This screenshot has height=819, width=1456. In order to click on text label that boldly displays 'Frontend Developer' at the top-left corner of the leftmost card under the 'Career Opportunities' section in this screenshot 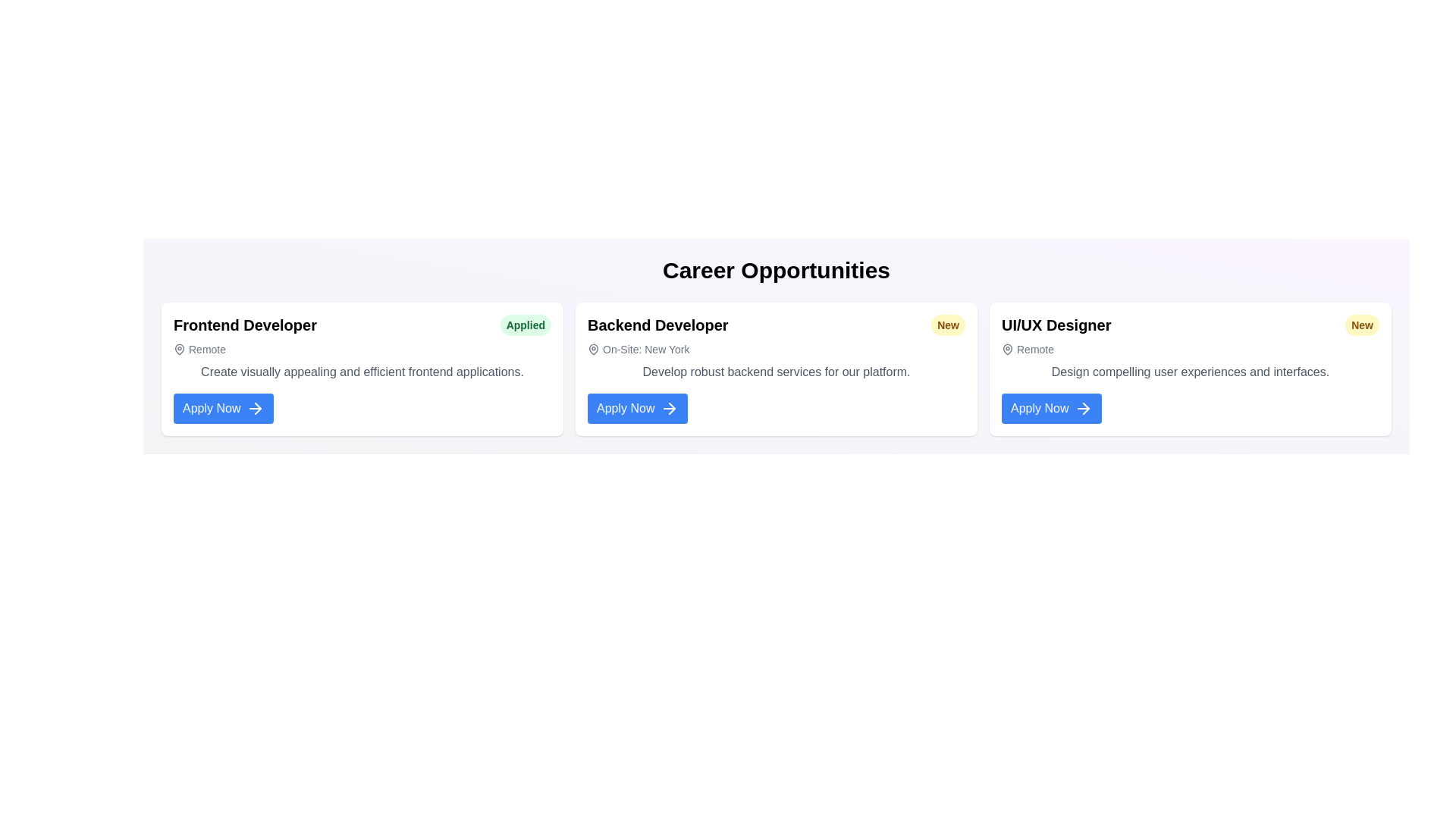, I will do `click(245, 324)`.